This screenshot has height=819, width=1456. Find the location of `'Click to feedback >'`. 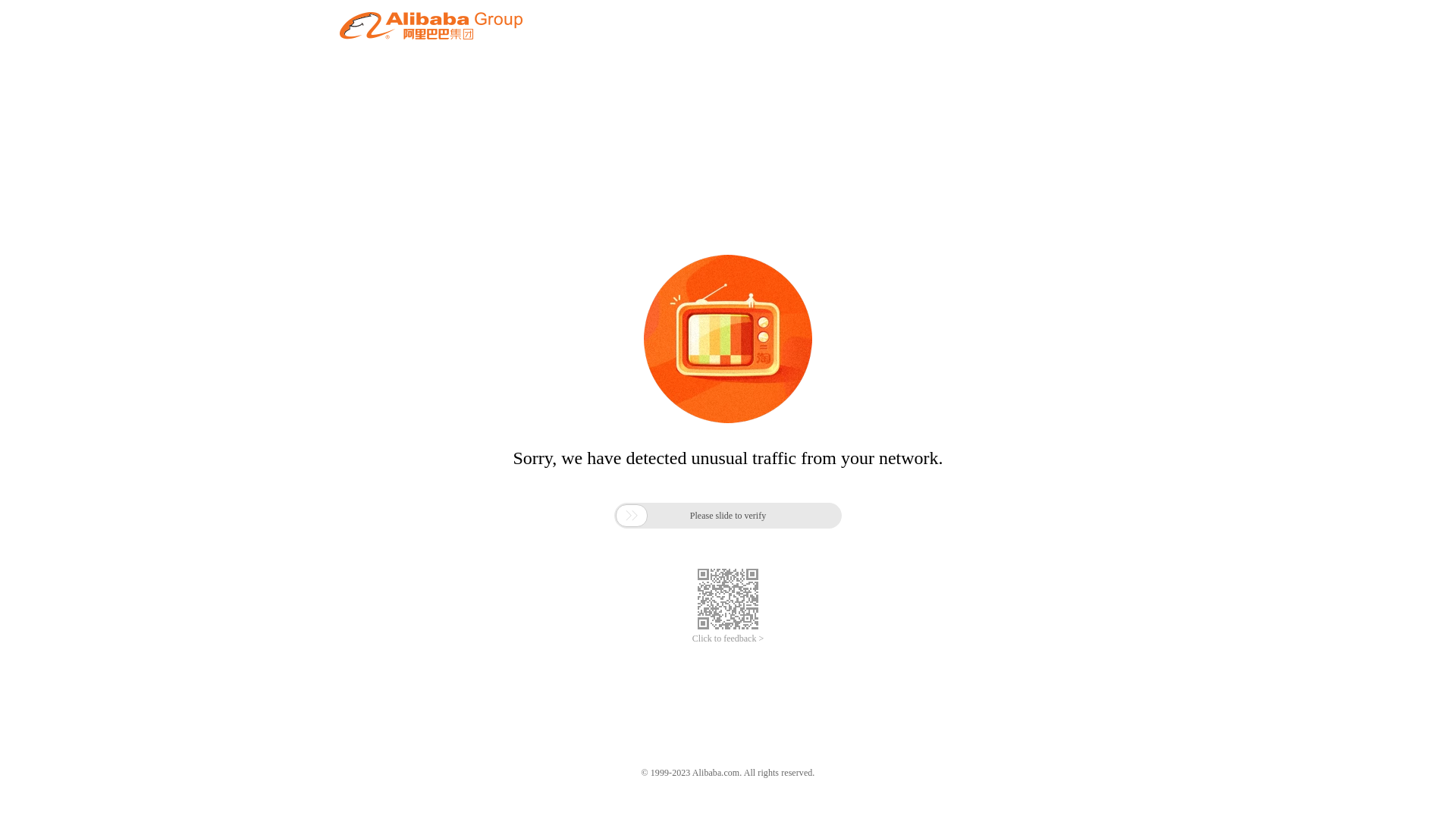

'Click to feedback >' is located at coordinates (728, 639).